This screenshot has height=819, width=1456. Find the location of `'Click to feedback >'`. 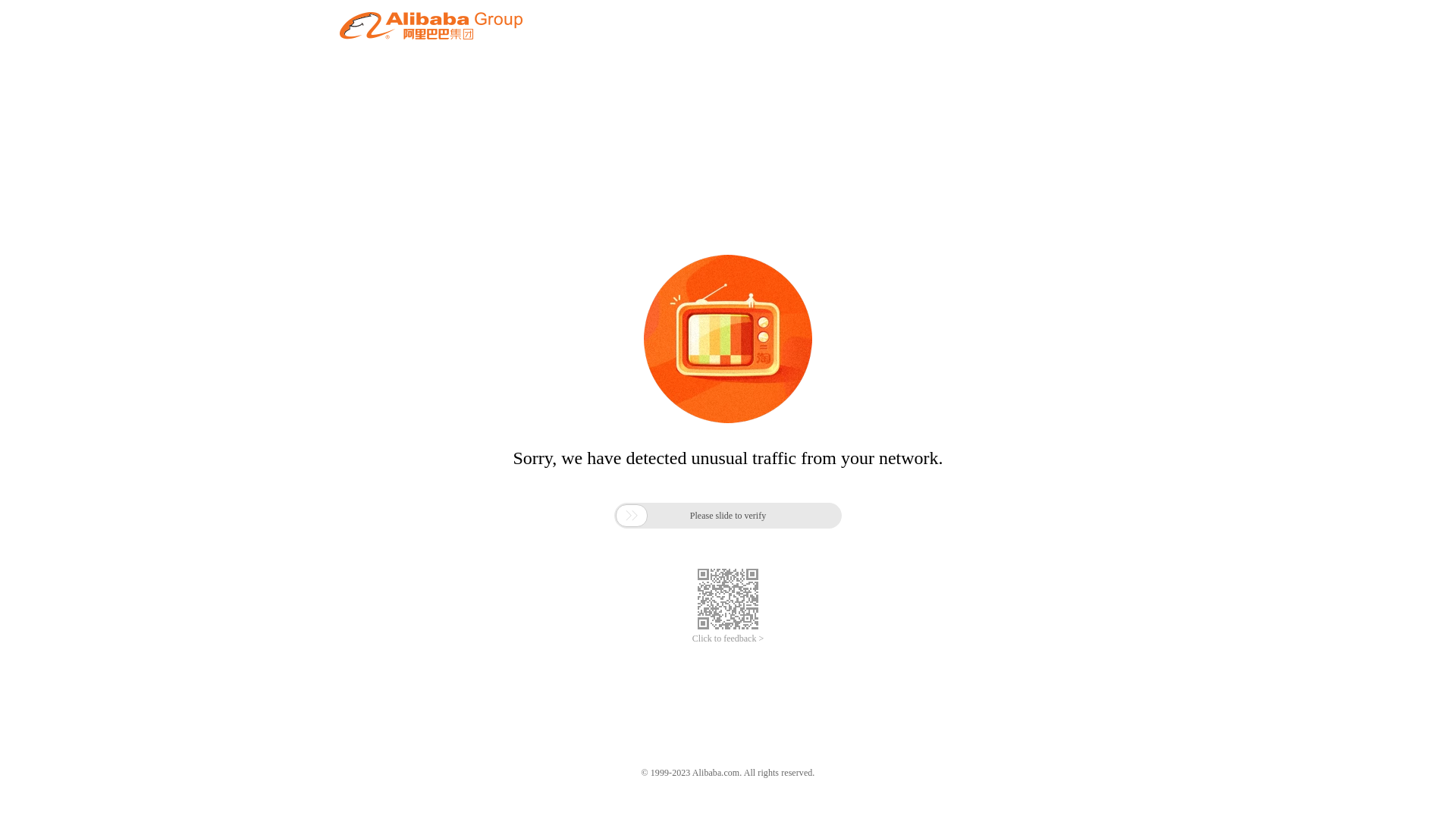

'Click to feedback >' is located at coordinates (728, 639).